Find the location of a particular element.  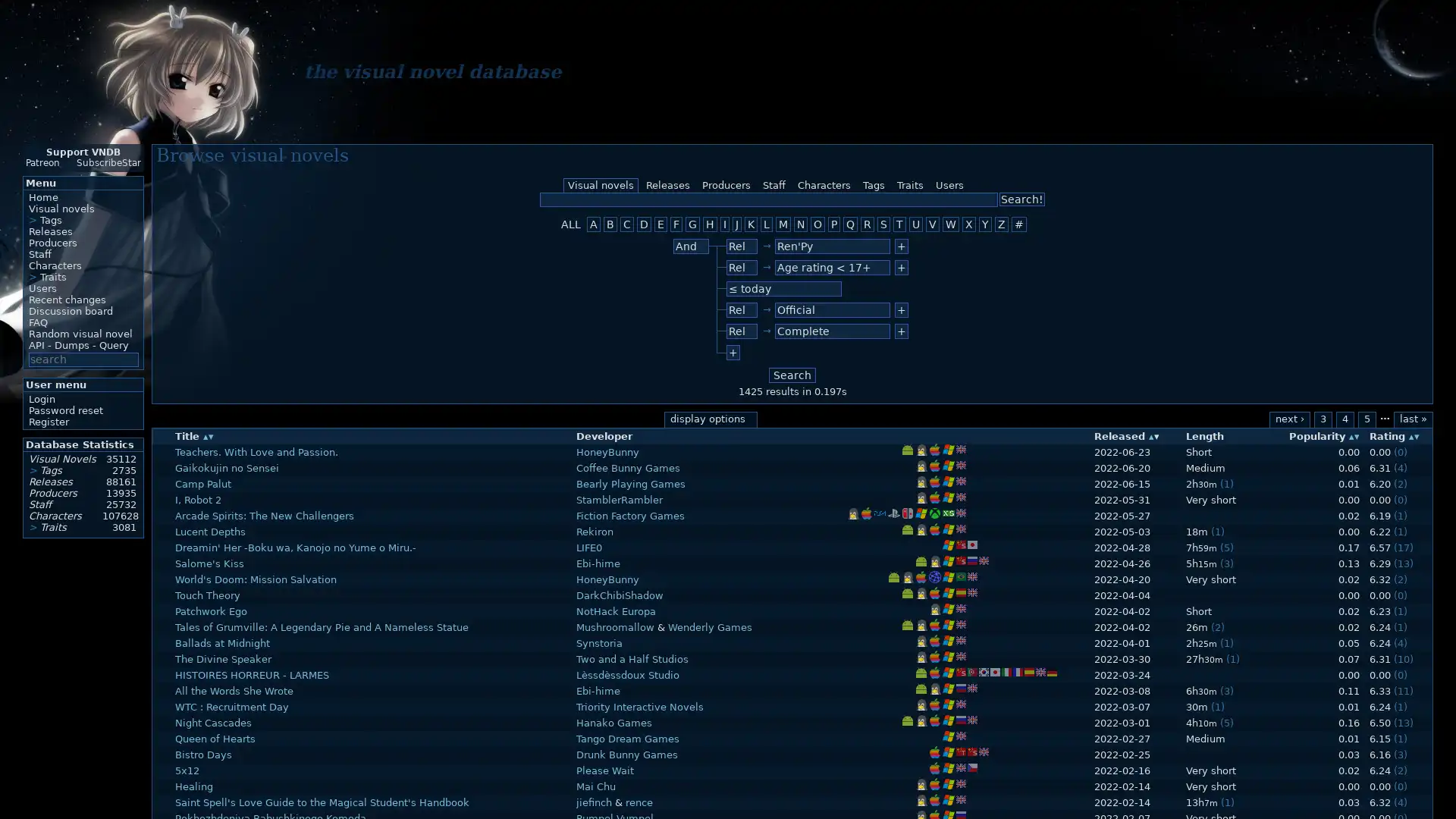

Q is located at coordinates (850, 224).